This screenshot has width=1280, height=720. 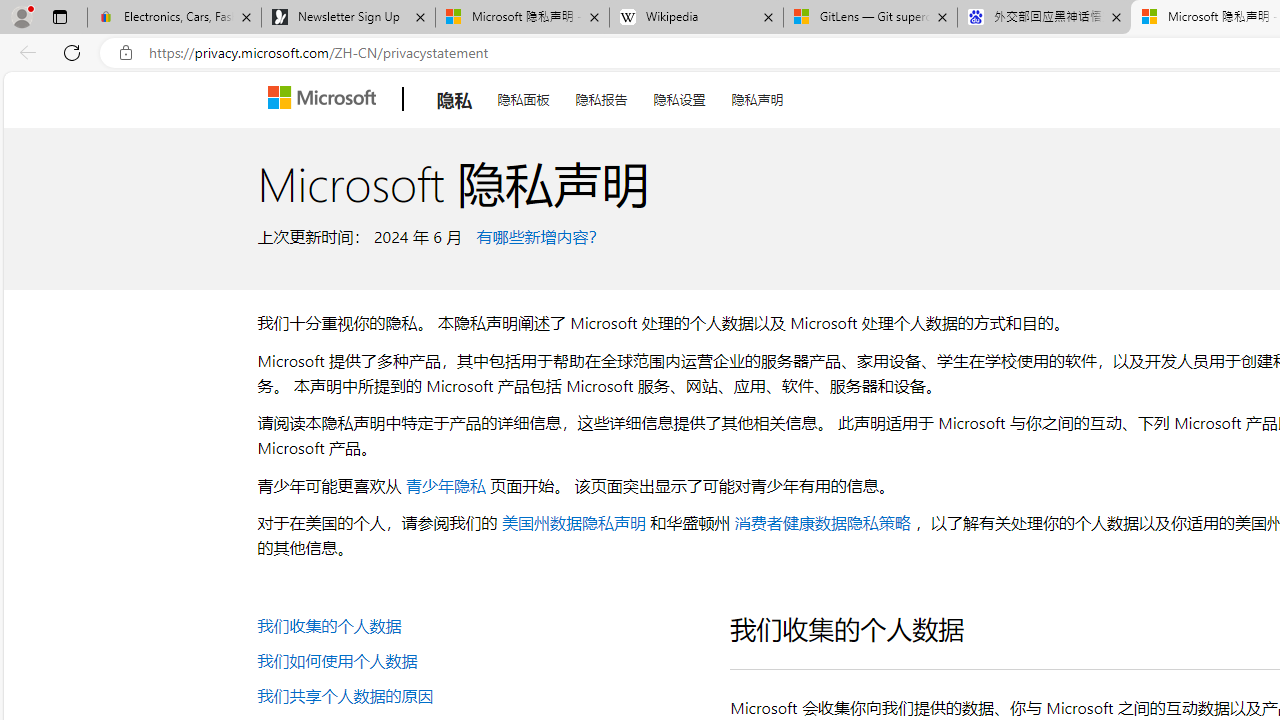 I want to click on 'Newsletter Sign Up', so click(x=348, y=17).